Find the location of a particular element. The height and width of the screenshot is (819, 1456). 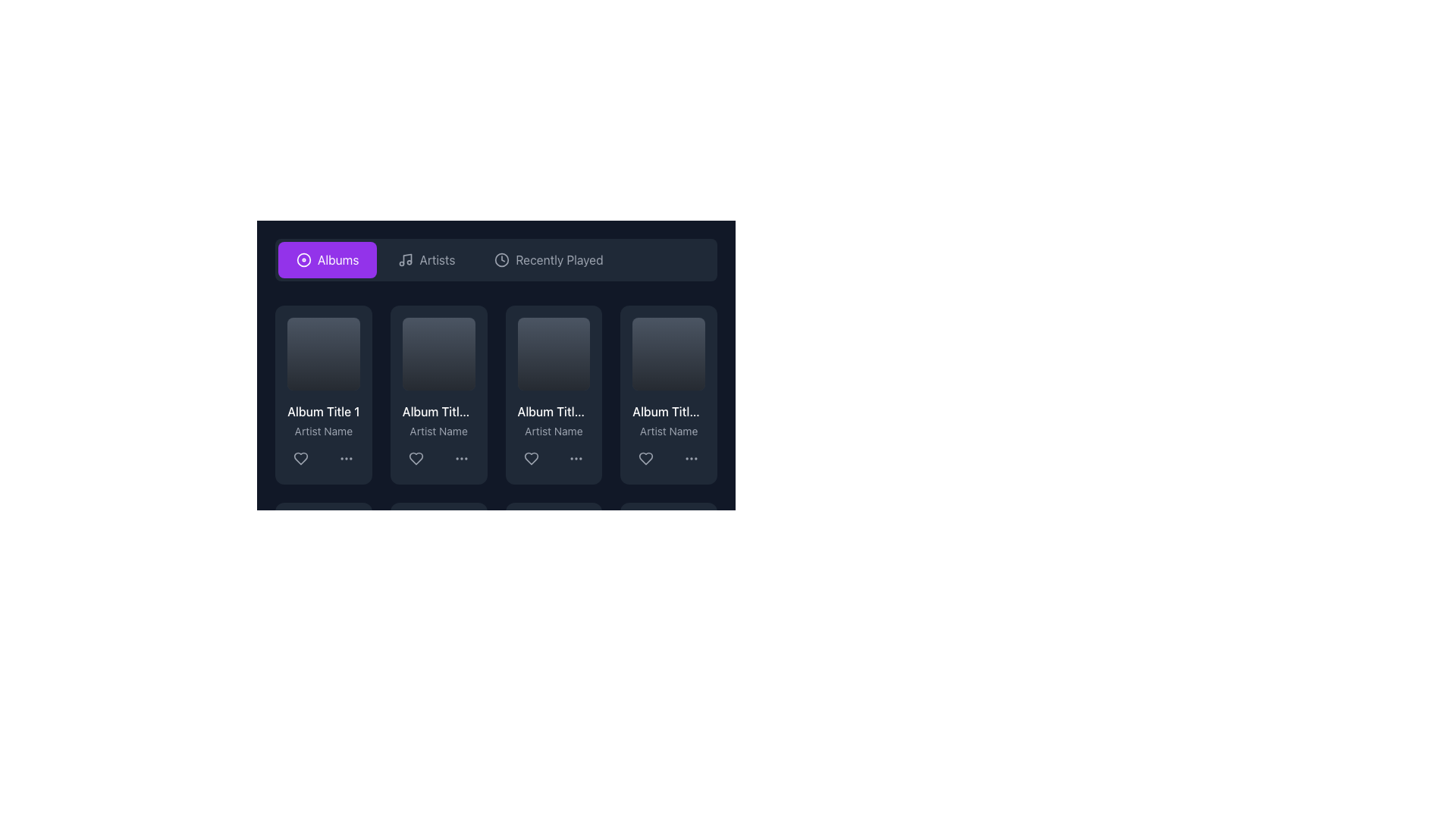

the 'favorite' or 'like' button located on the first album card in the grid layout, positioned near the lower section of the card is located at coordinates (301, 457).